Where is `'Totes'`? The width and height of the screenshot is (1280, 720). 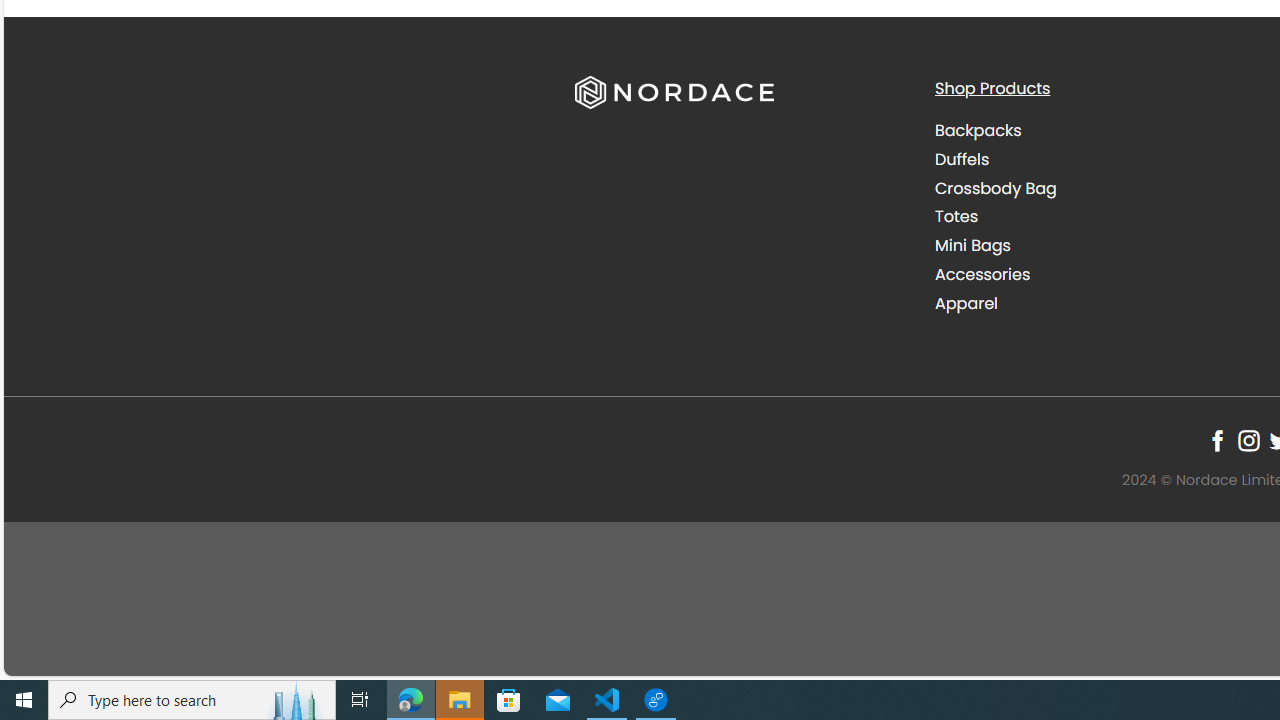
'Totes' is located at coordinates (955, 217).